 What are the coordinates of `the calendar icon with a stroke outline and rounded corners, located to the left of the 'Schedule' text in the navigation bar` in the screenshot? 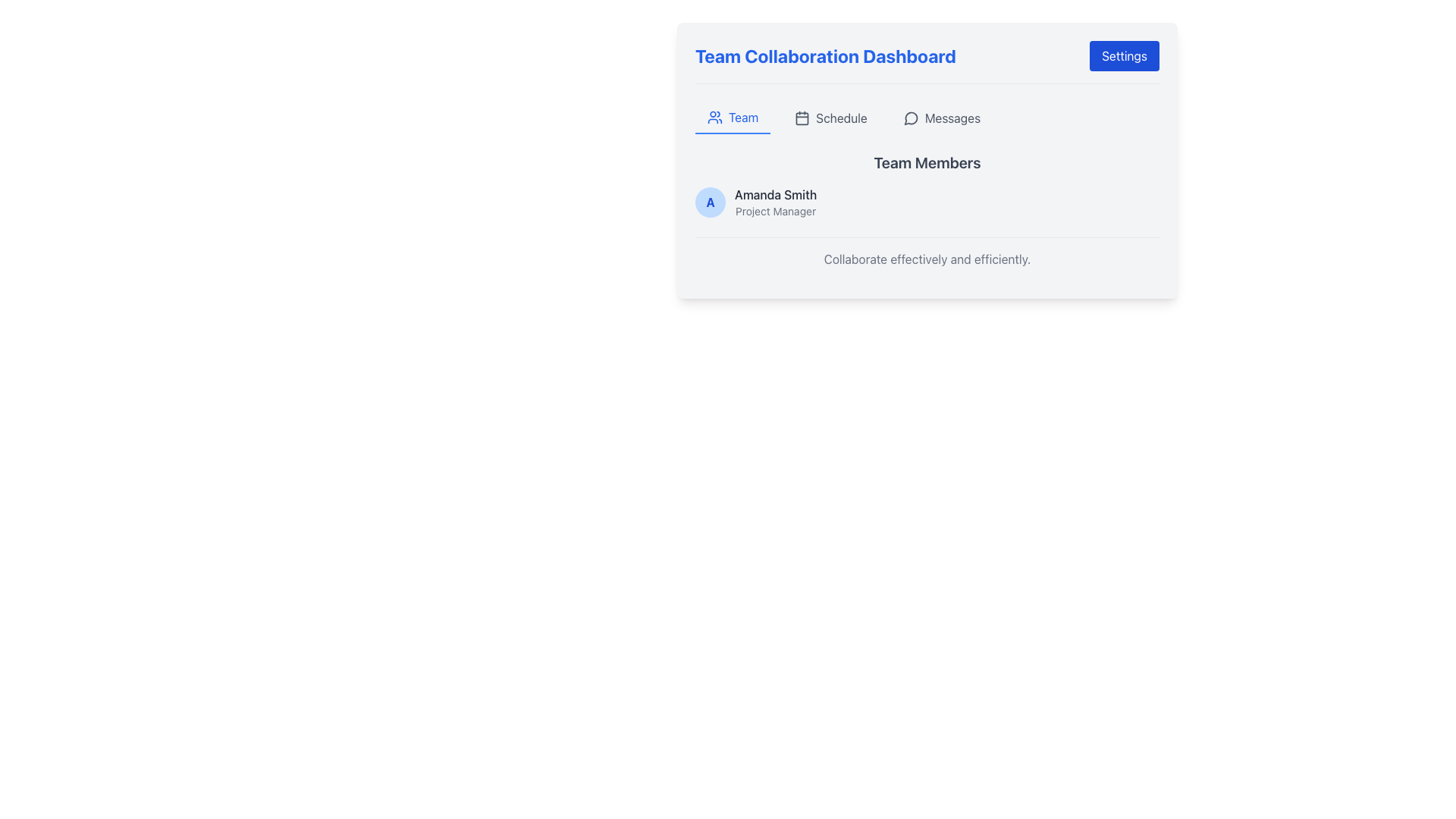 It's located at (802, 117).